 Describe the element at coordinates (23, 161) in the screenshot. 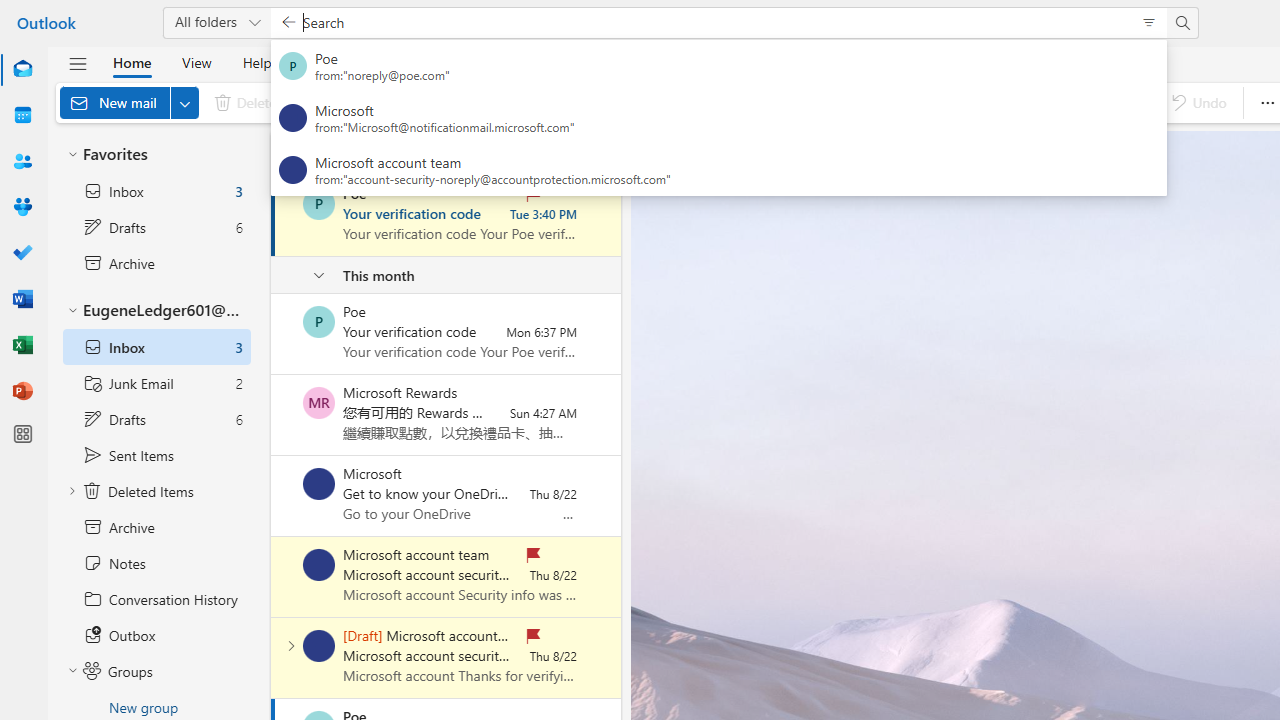

I see `'People'` at that location.